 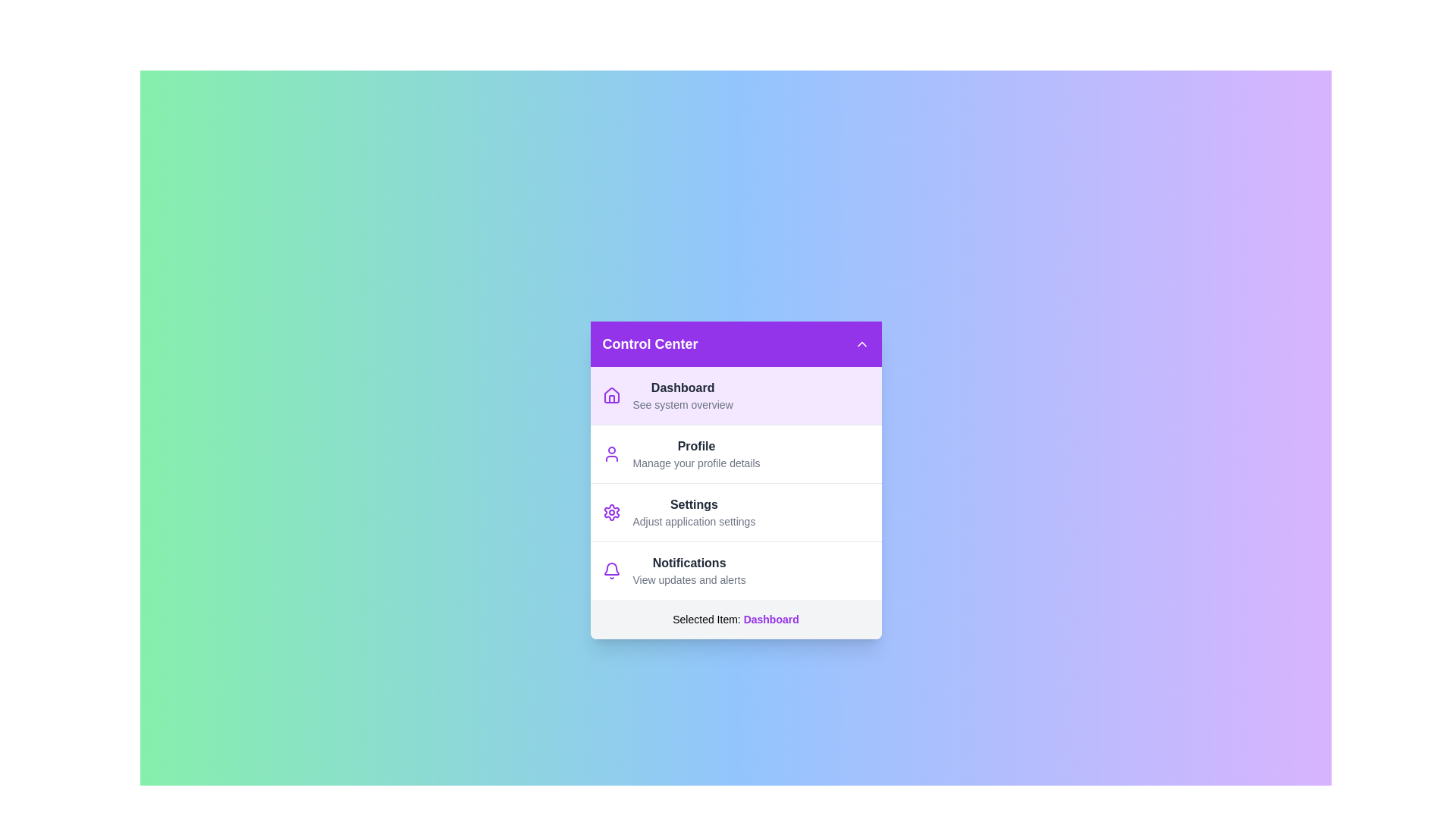 I want to click on the menu item Notifications from the list, so click(x=736, y=570).